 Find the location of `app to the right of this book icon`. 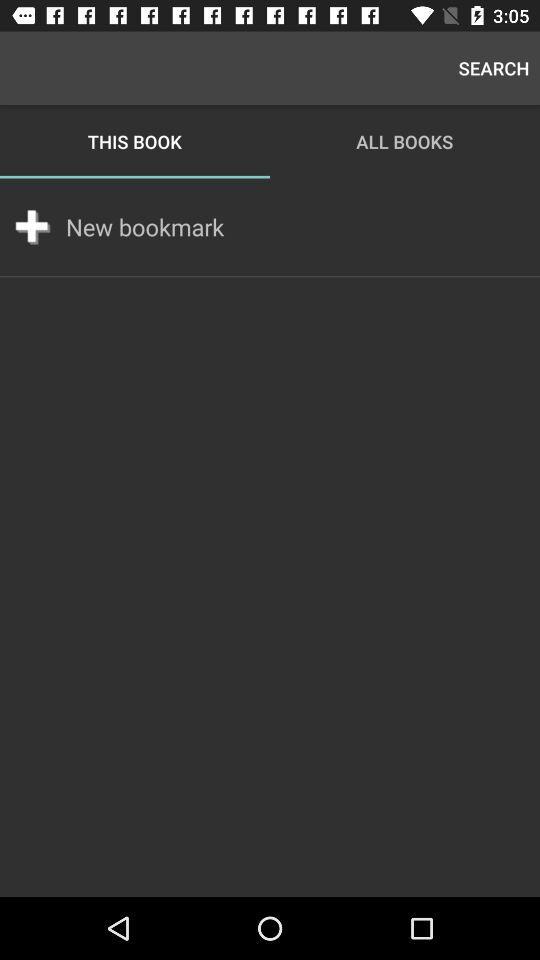

app to the right of this book icon is located at coordinates (493, 68).